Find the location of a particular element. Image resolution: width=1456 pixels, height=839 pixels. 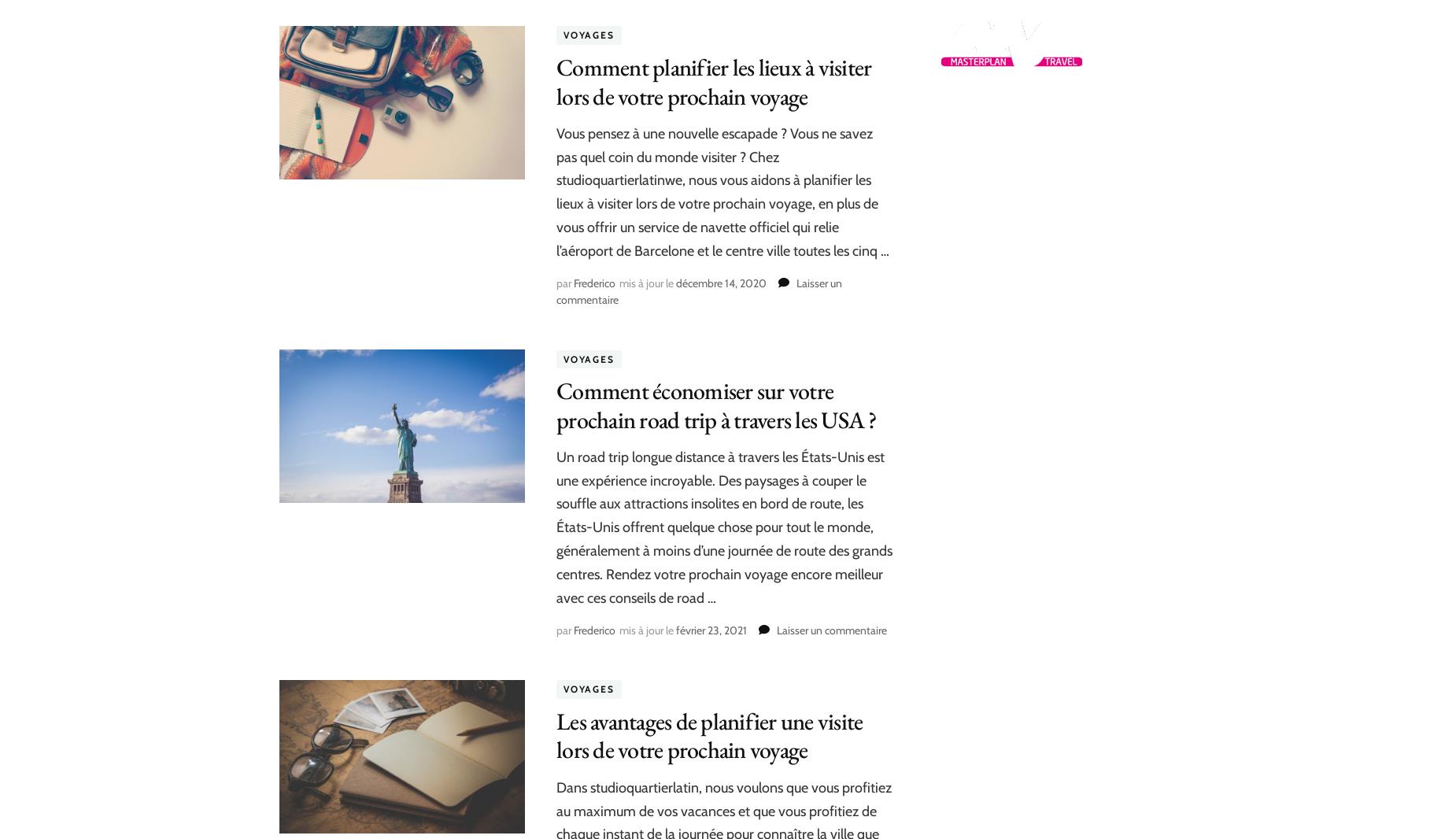

'février 23, 2021' is located at coordinates (711, 630).